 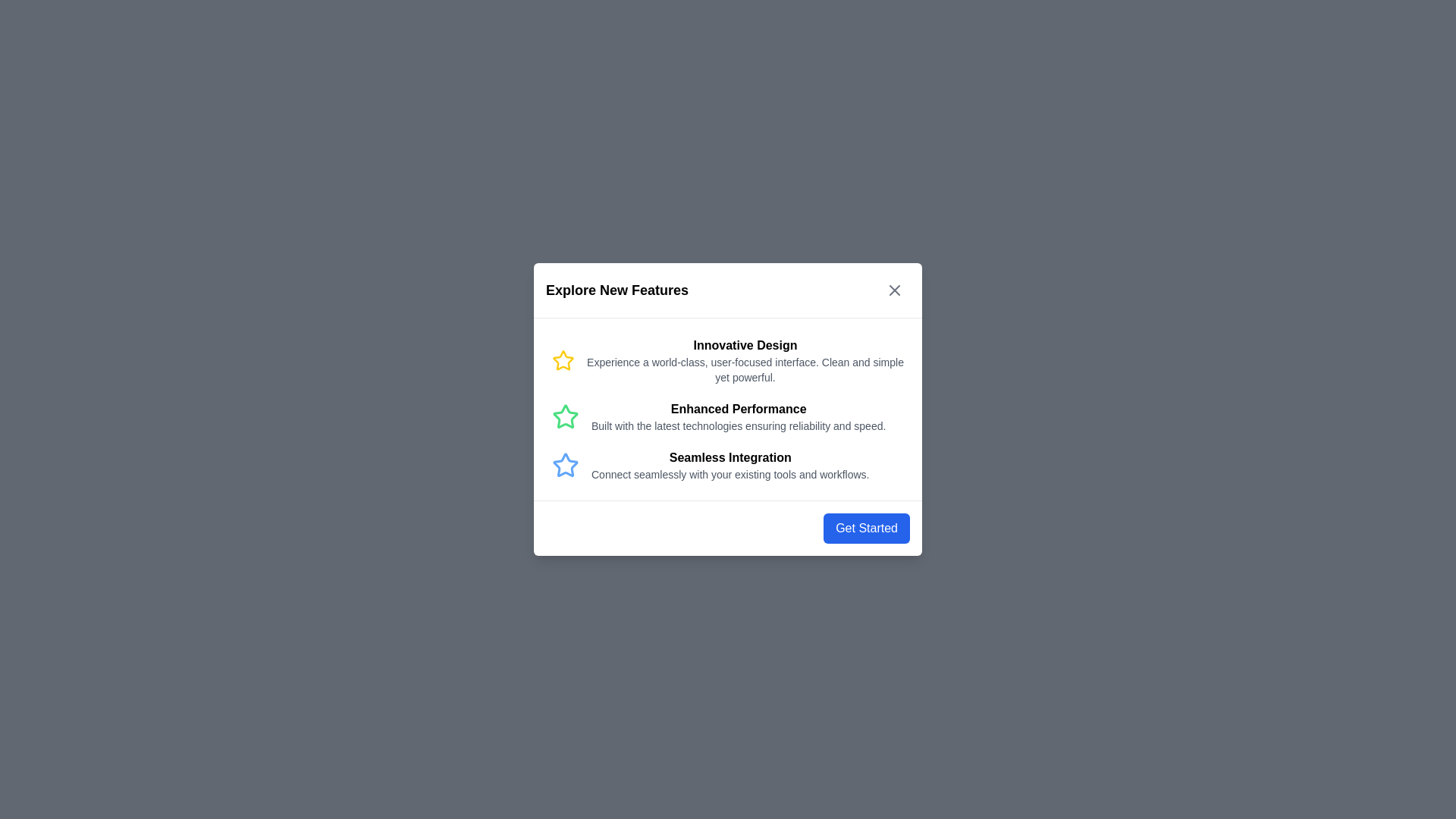 I want to click on textual description block conveying information about the 'Seamless Integration' feature located in the 'Explore New Features' modal, positioned below the 'Enhanced Performance' description, so click(x=730, y=464).